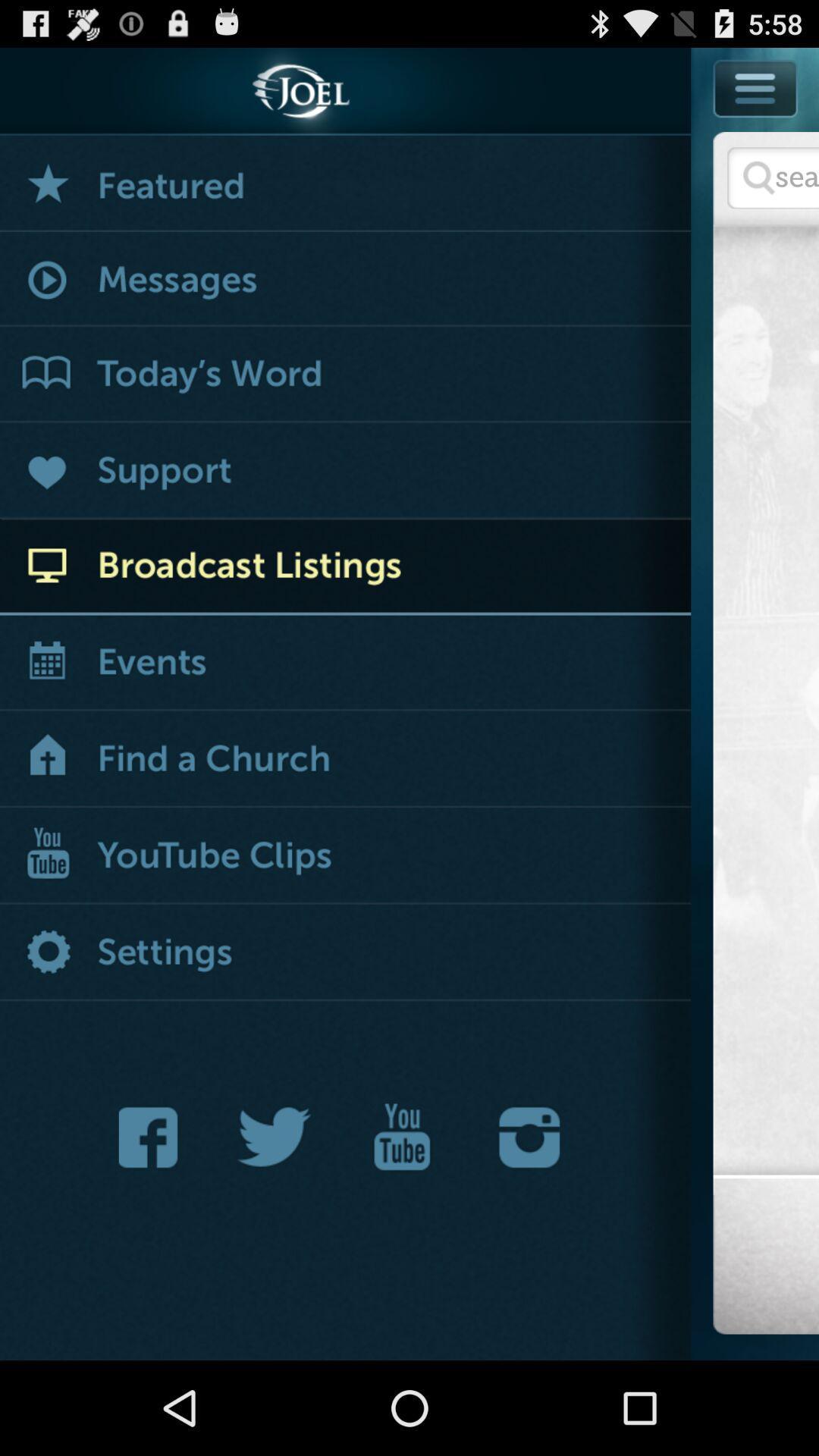 This screenshot has width=819, height=1456. I want to click on the twitter icon, so click(275, 1217).